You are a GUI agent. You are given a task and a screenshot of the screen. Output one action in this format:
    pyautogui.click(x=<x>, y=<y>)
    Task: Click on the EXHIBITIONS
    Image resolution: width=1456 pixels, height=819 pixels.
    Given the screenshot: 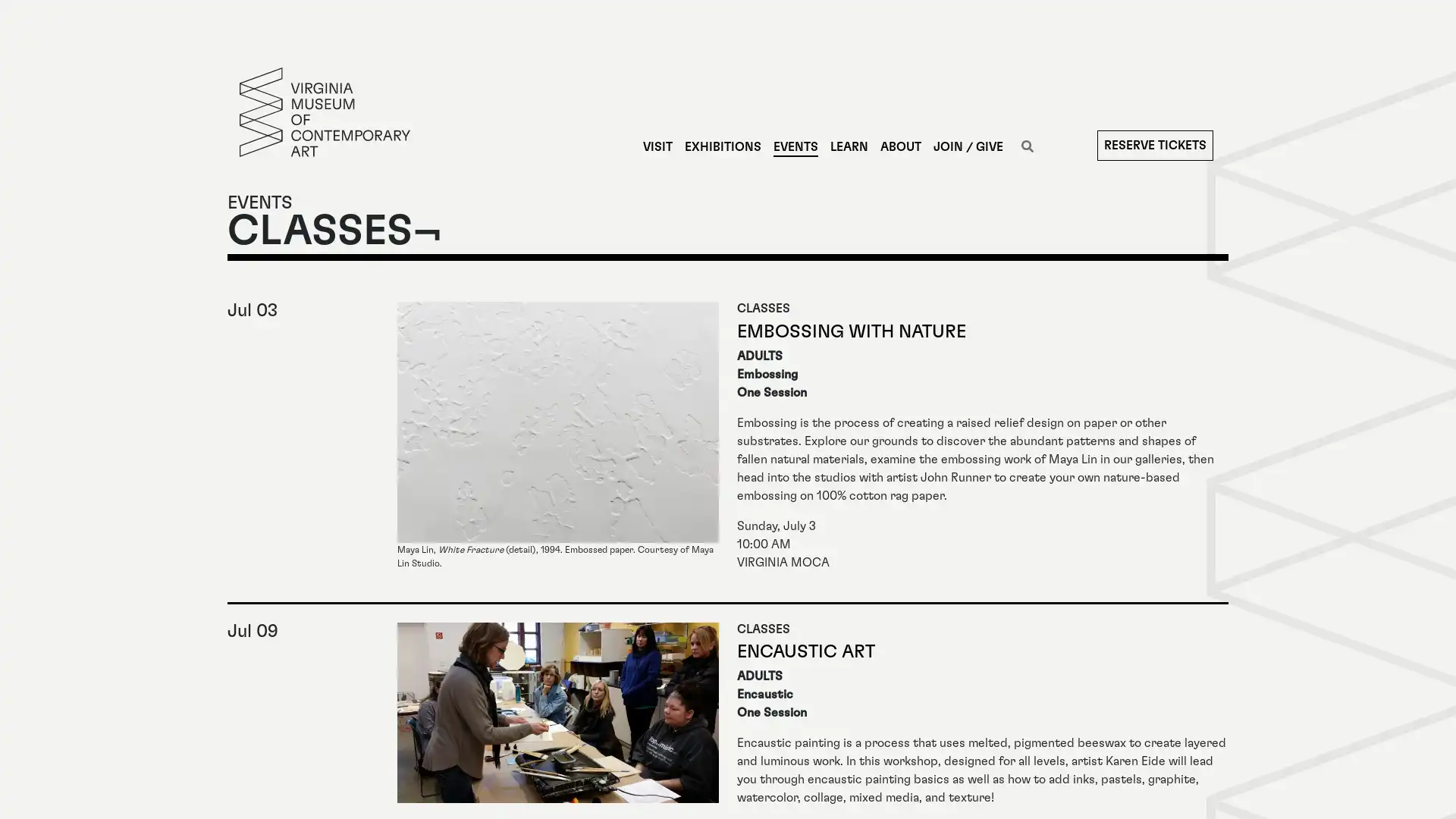 What is the action you would take?
    pyautogui.click(x=721, y=146)
    